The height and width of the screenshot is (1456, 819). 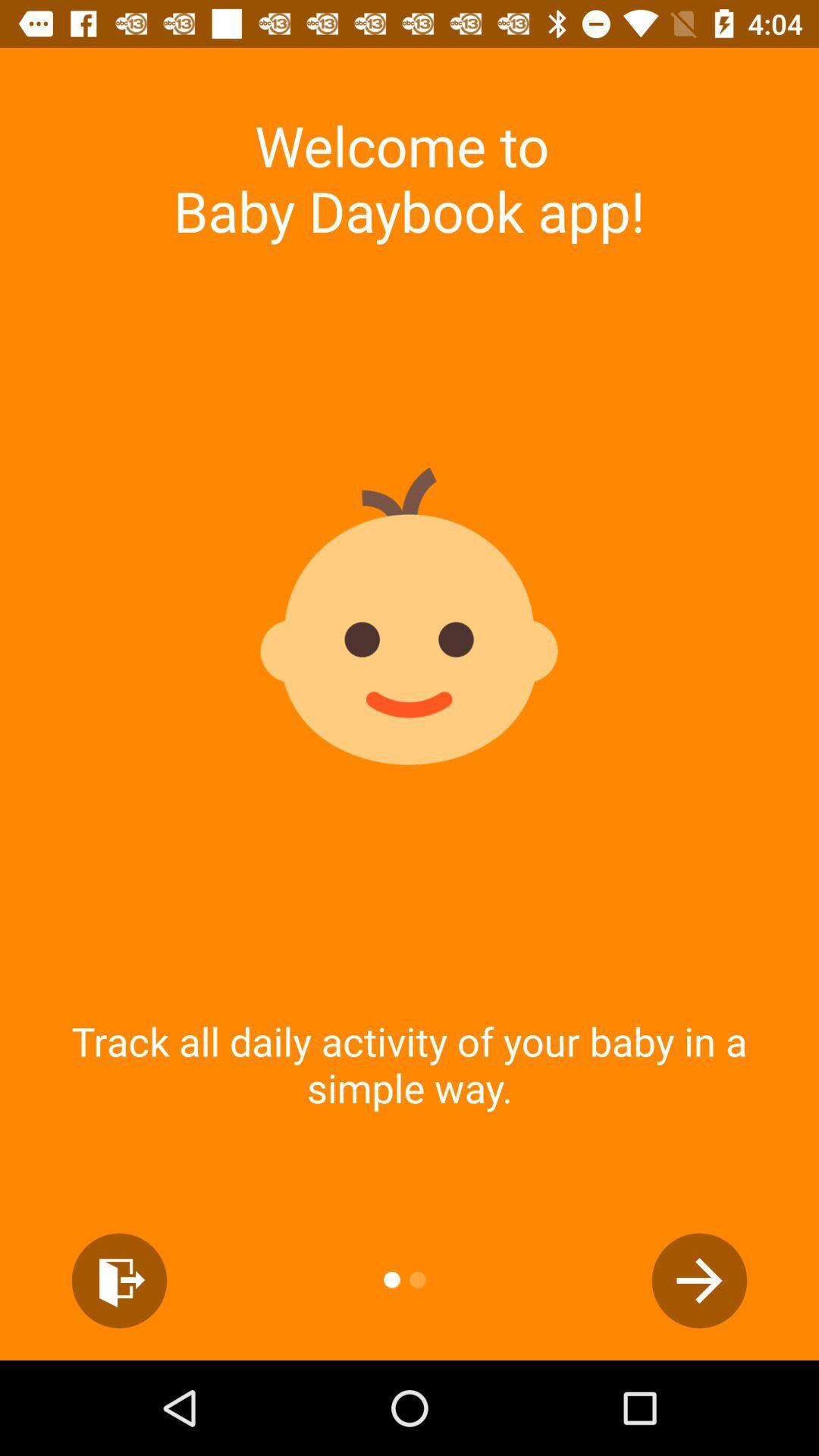 I want to click on the arrow_forward icon, so click(x=699, y=1280).